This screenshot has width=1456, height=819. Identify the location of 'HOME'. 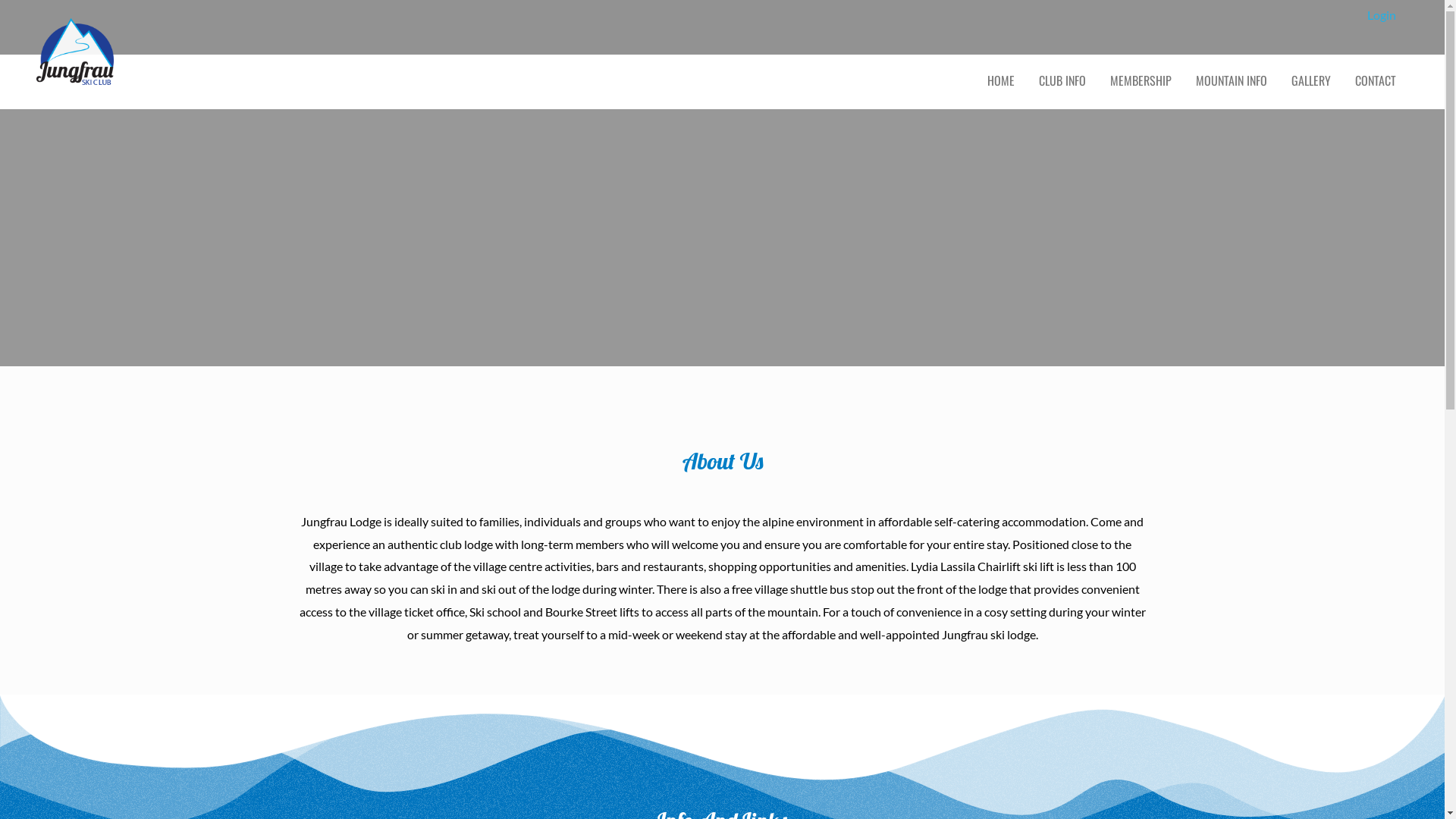
(1001, 80).